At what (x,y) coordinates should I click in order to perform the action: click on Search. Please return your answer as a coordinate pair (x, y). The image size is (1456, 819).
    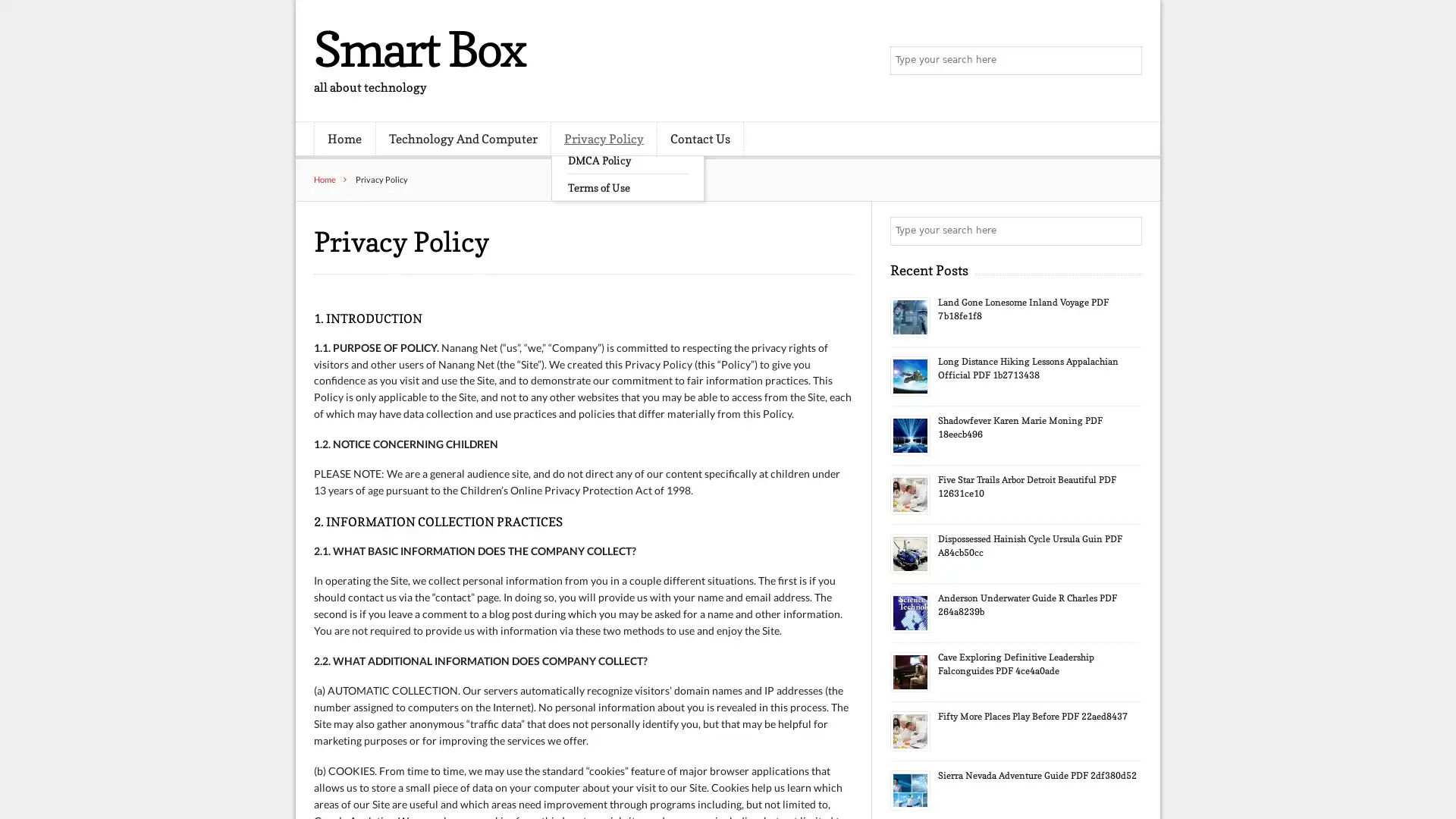
    Looking at the image, I should click on (1126, 231).